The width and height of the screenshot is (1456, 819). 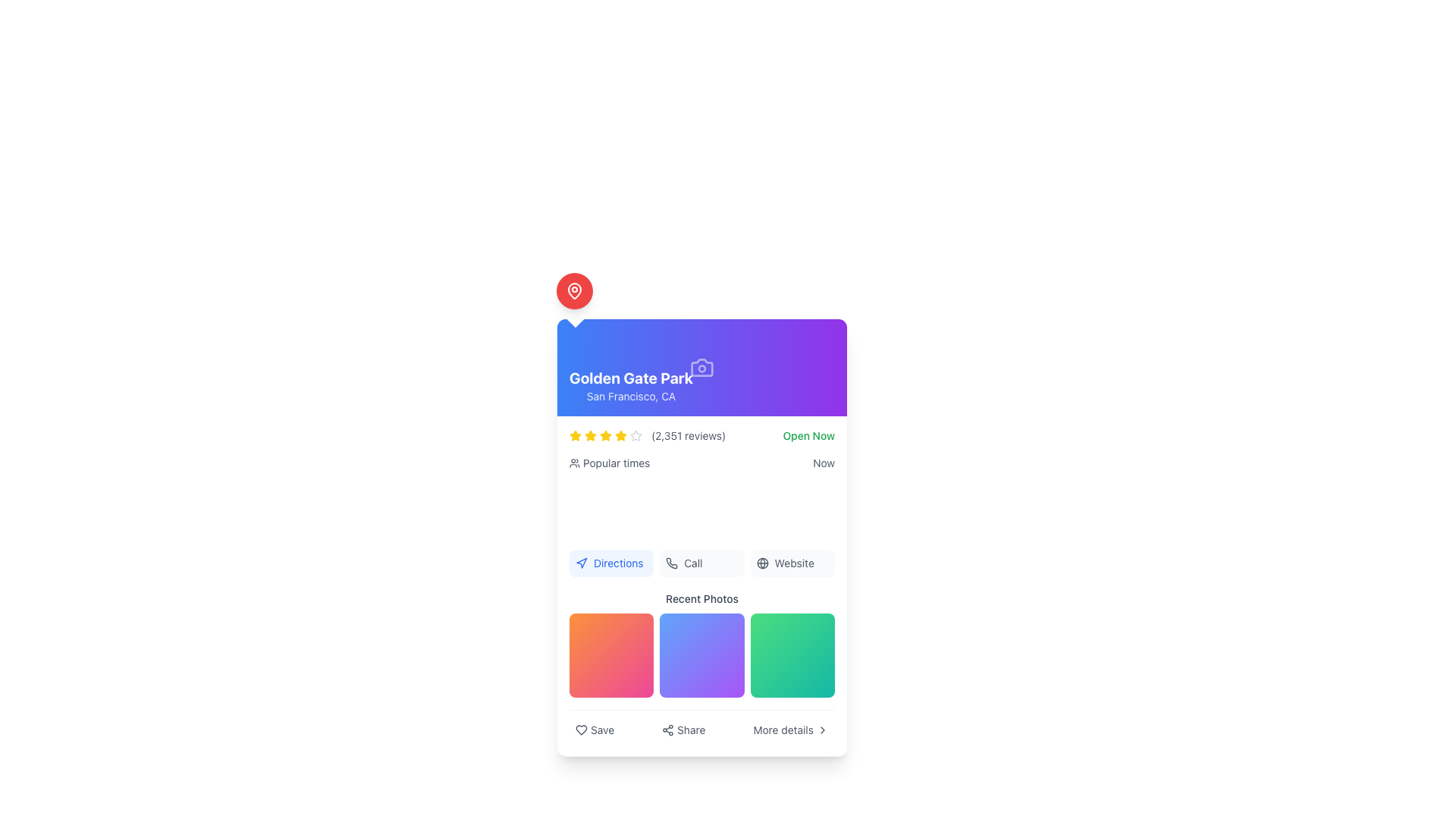 I want to click on the small right-facing arrow icon located on the right side of the 'More details' button, so click(x=821, y=730).